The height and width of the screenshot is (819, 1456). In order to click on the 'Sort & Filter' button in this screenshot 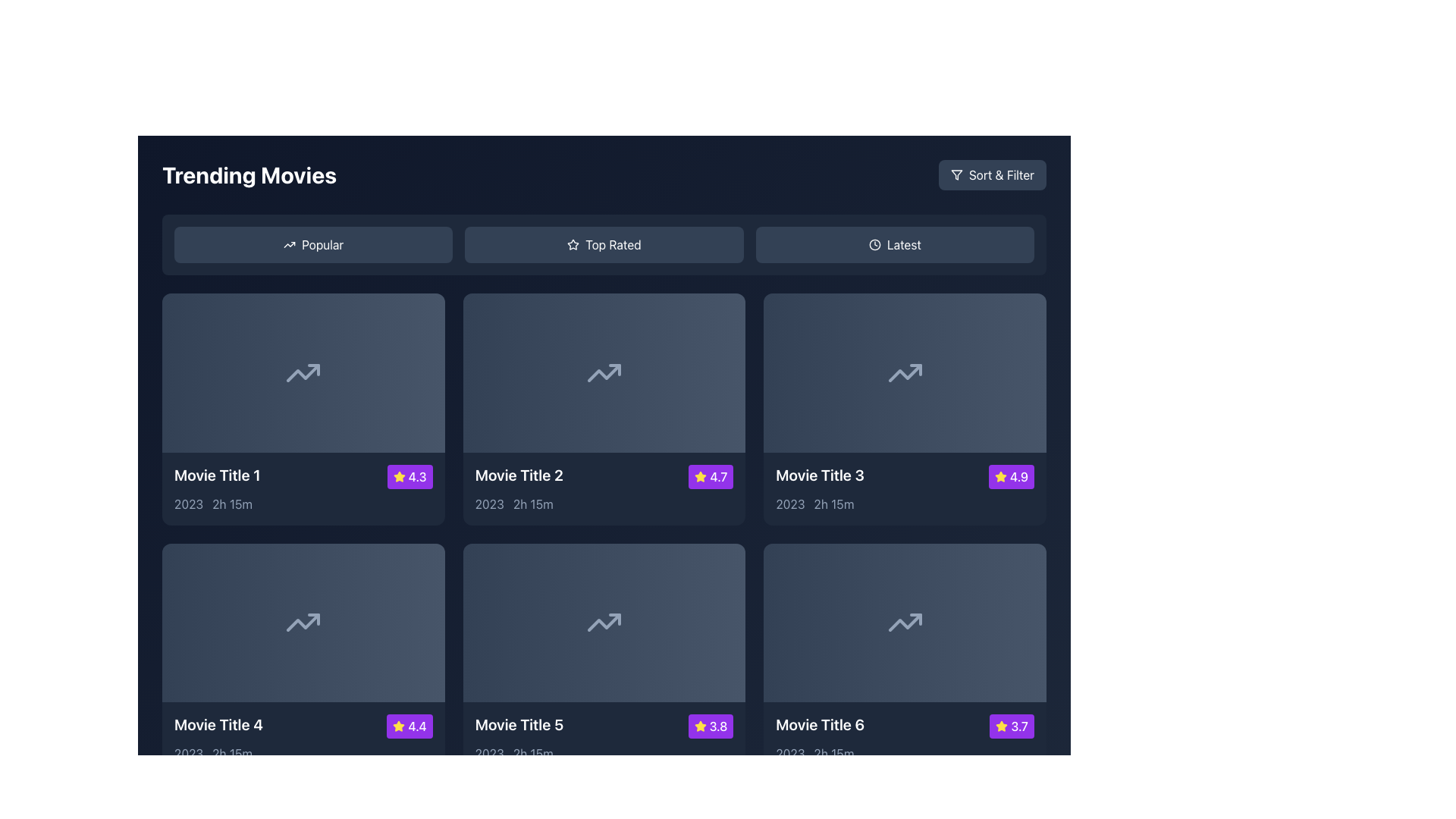, I will do `click(955, 174)`.